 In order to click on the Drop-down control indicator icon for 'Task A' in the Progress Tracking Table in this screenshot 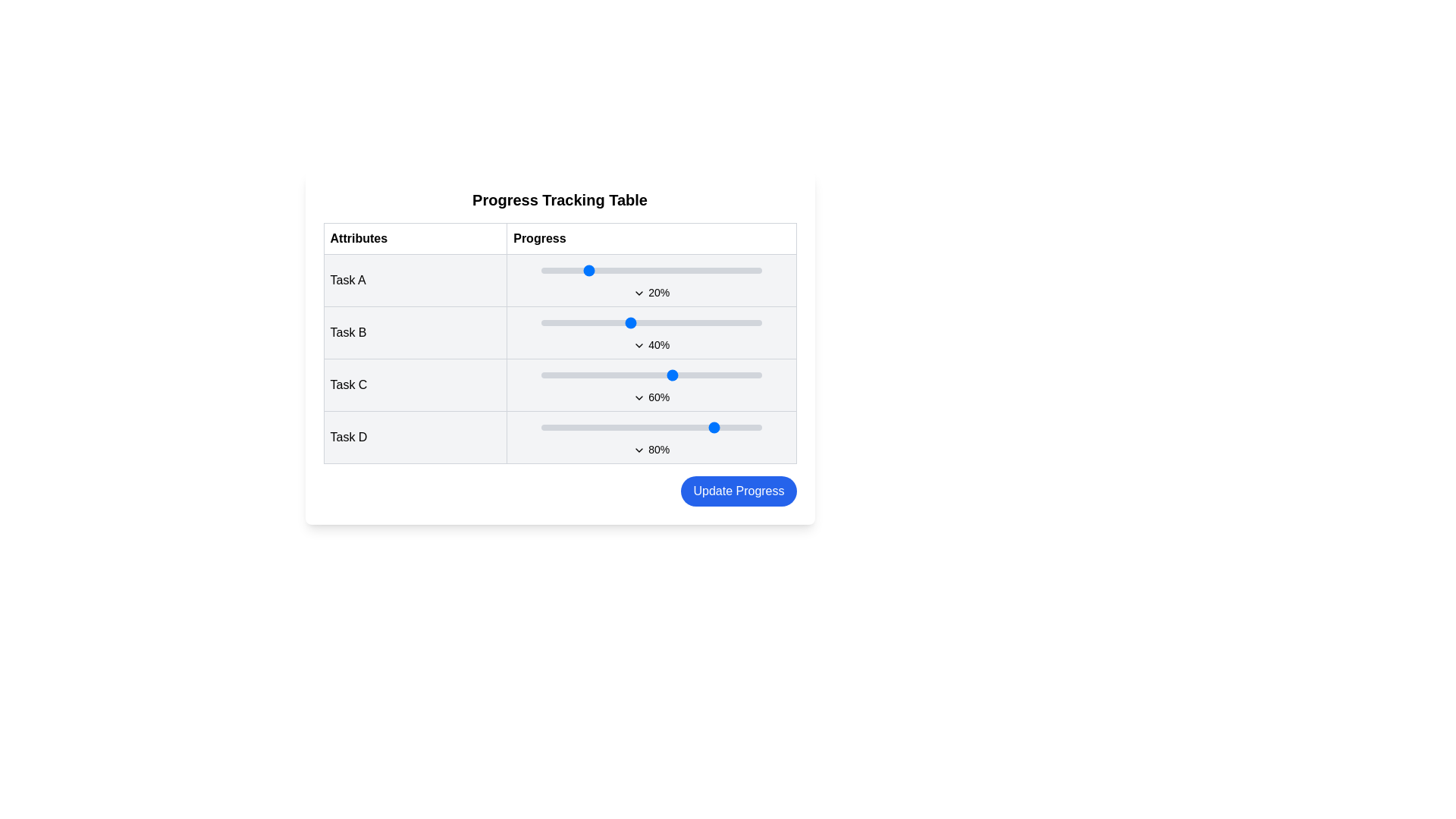, I will do `click(651, 281)`.